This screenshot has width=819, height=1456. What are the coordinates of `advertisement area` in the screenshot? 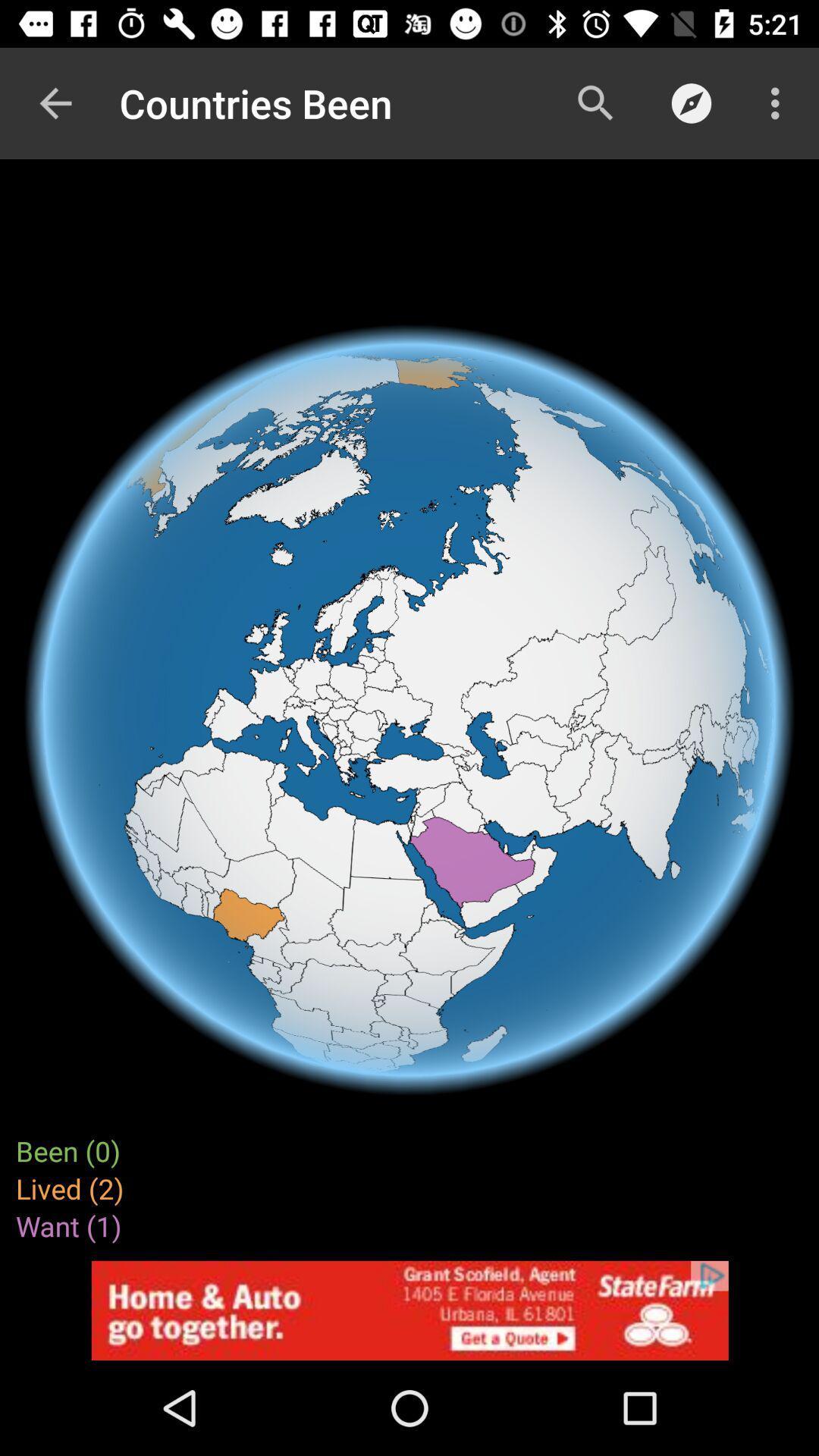 It's located at (409, 1310).